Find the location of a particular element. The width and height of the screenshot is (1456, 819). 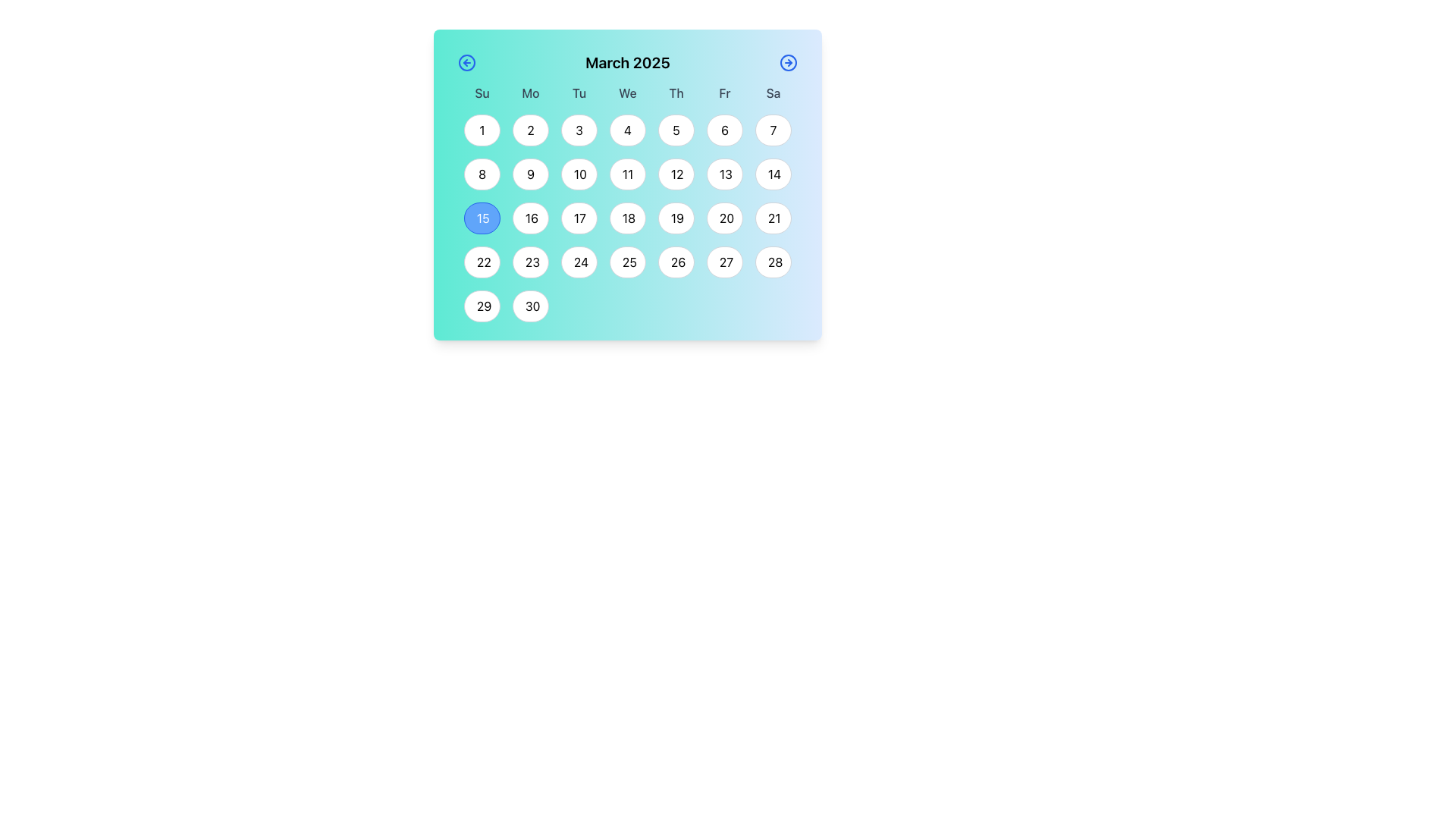

the date-selection button for the 13th day of the month located in the calendar widget under the 'Fr' column in the third row is located at coordinates (723, 174).